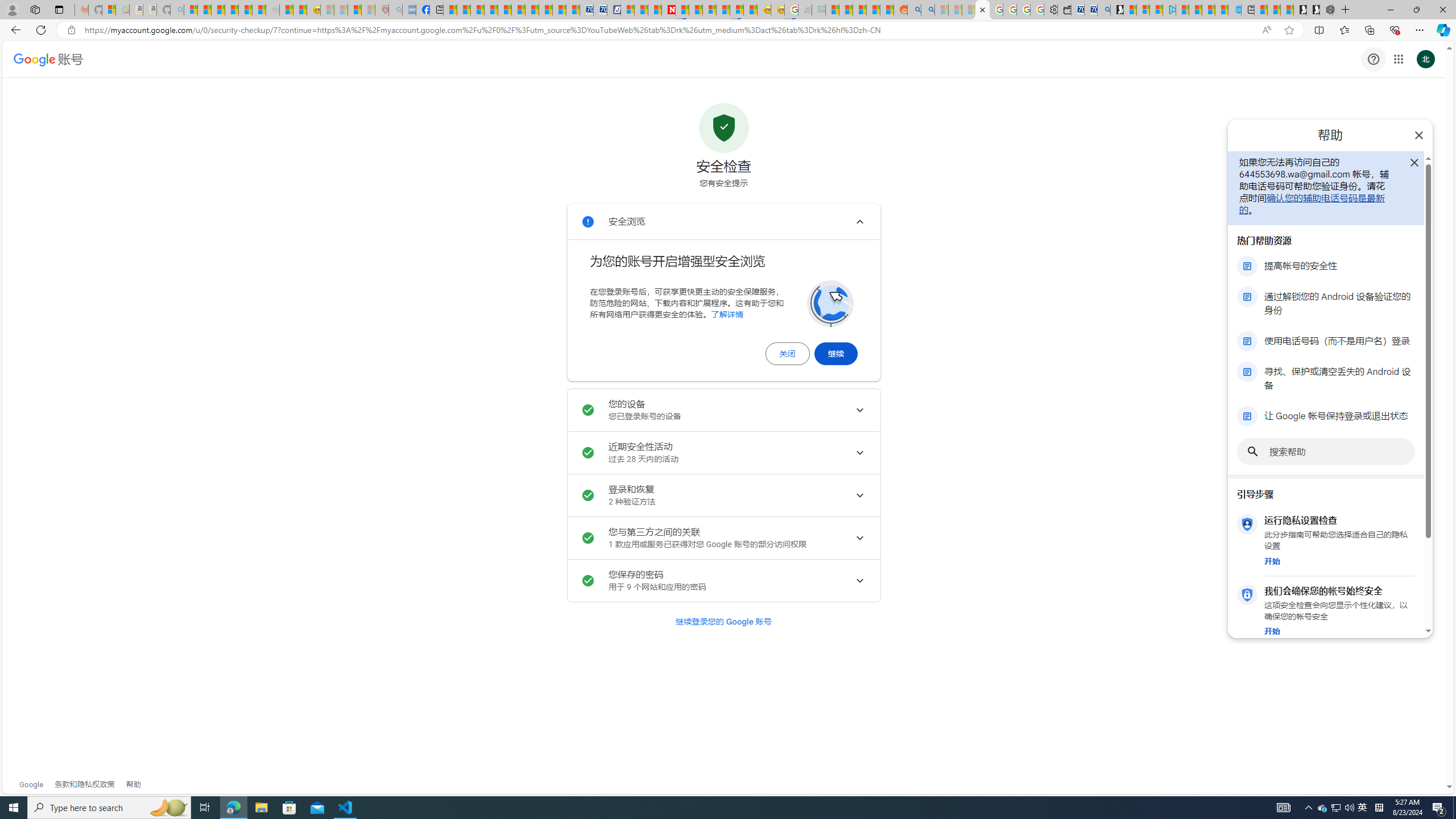 This screenshot has width=1456, height=819. I want to click on 'Utah sues federal government - Search', so click(927, 9).